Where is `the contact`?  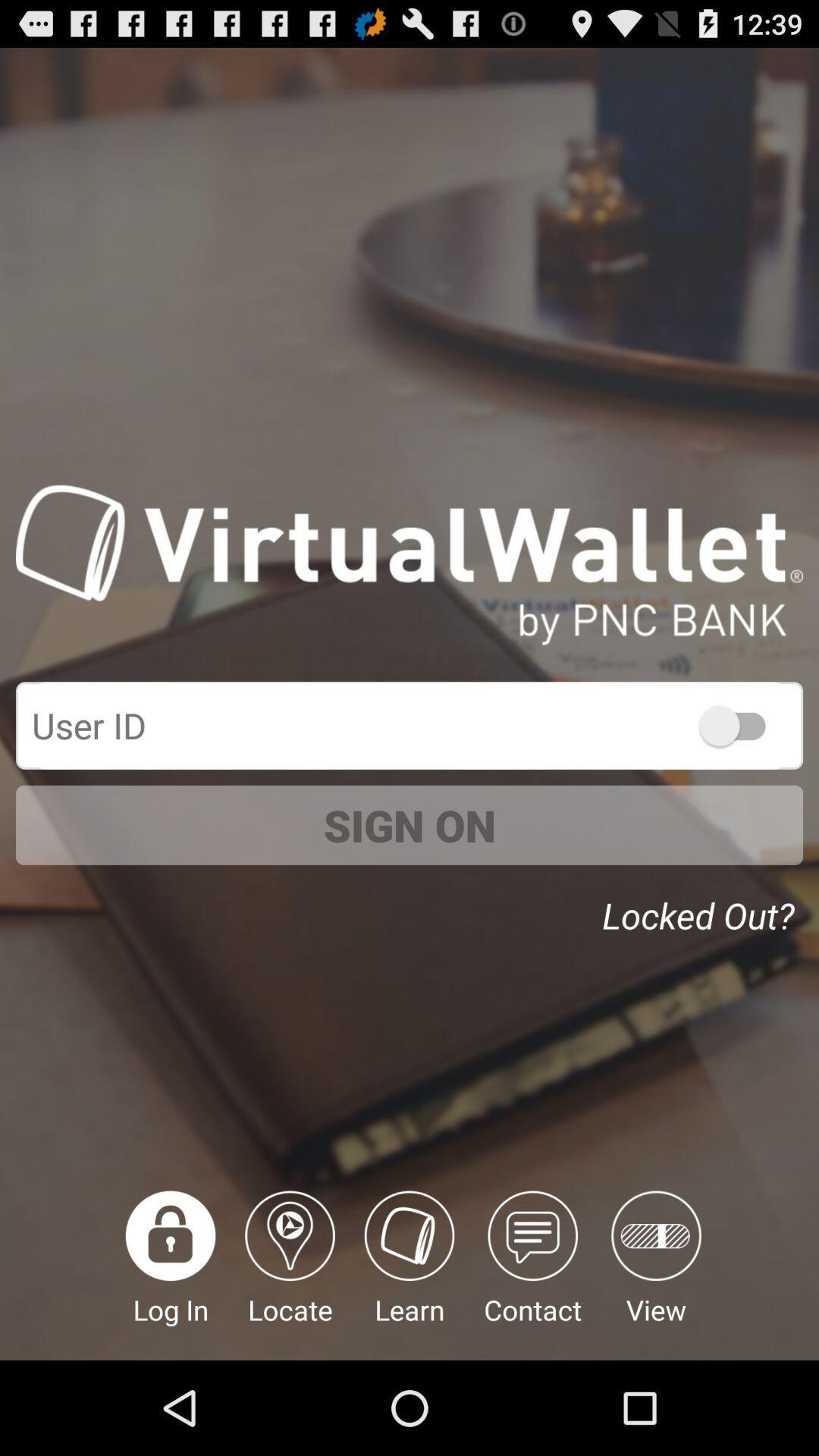 the contact is located at coordinates (532, 1275).